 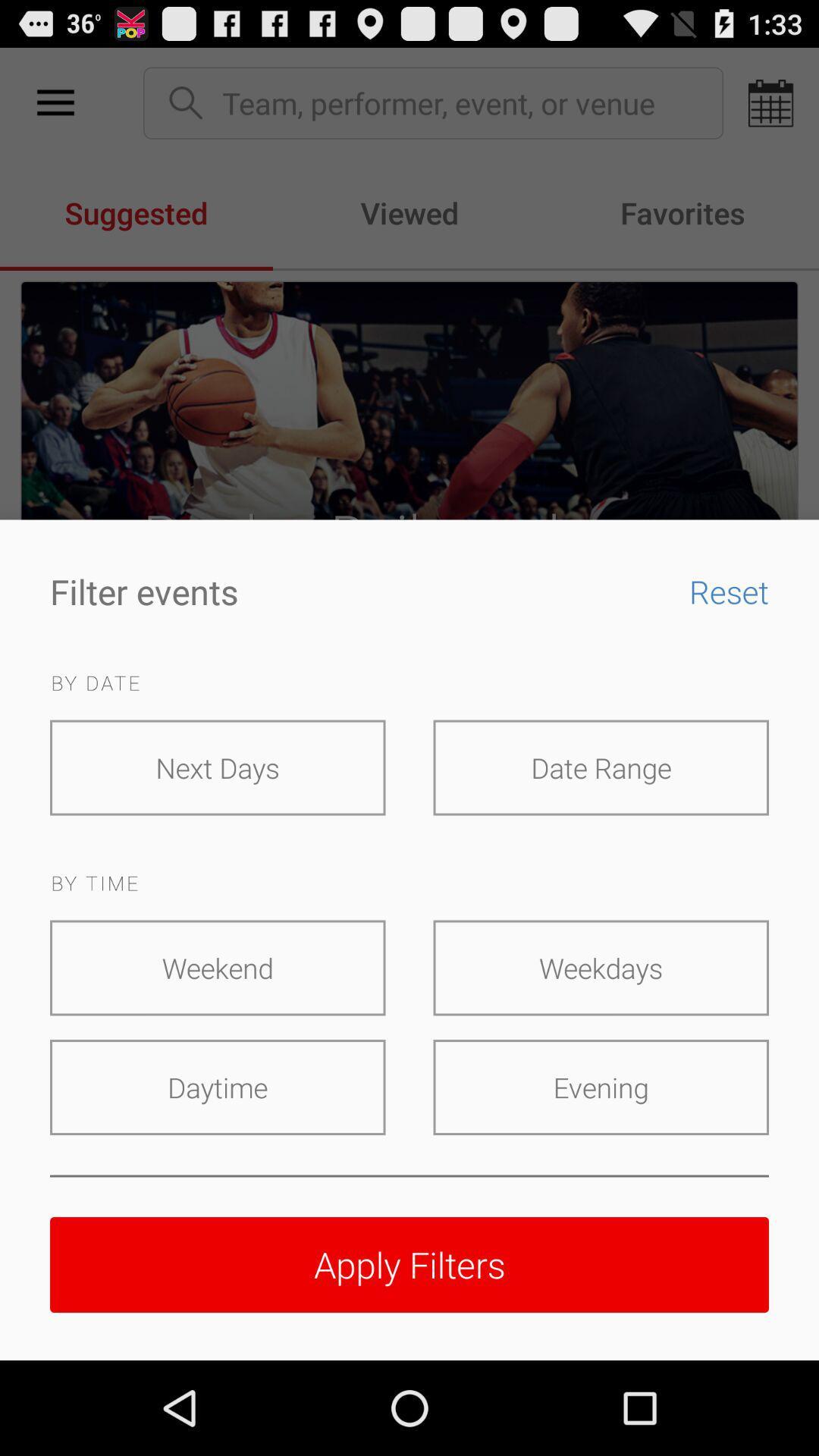 I want to click on item below by time icon, so click(x=218, y=967).